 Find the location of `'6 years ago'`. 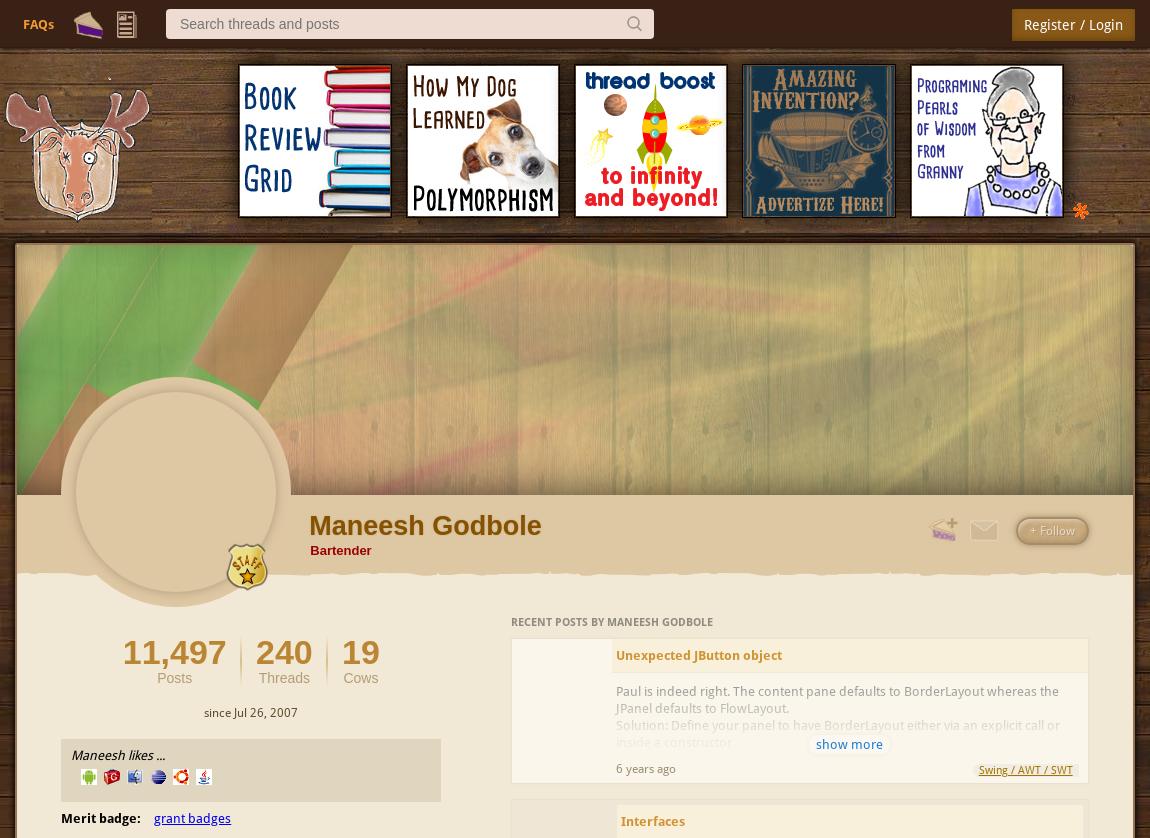

'6 years ago' is located at coordinates (615, 767).